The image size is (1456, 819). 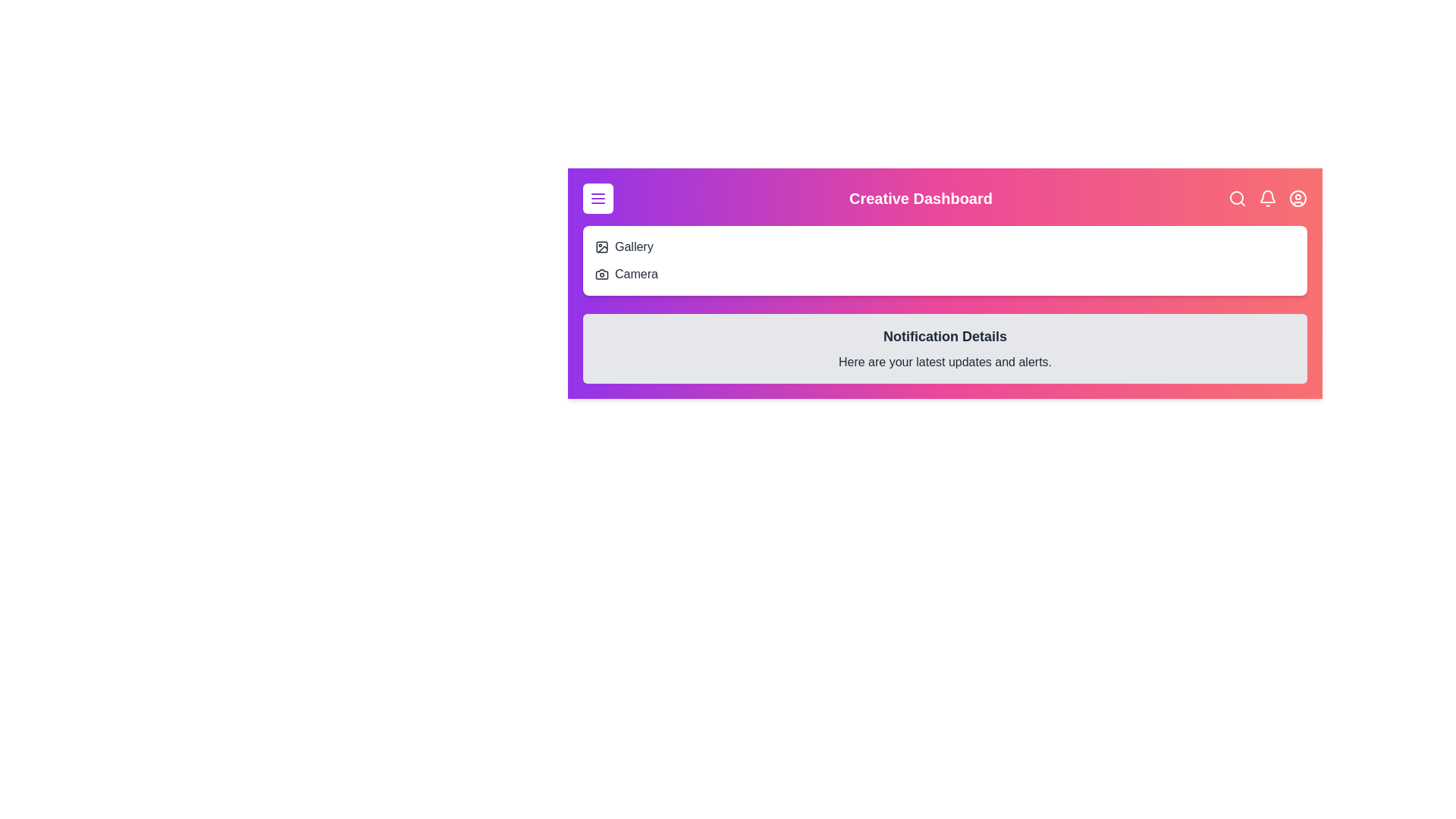 What do you see at coordinates (1298, 198) in the screenshot?
I see `the user icon to interact with it` at bounding box center [1298, 198].